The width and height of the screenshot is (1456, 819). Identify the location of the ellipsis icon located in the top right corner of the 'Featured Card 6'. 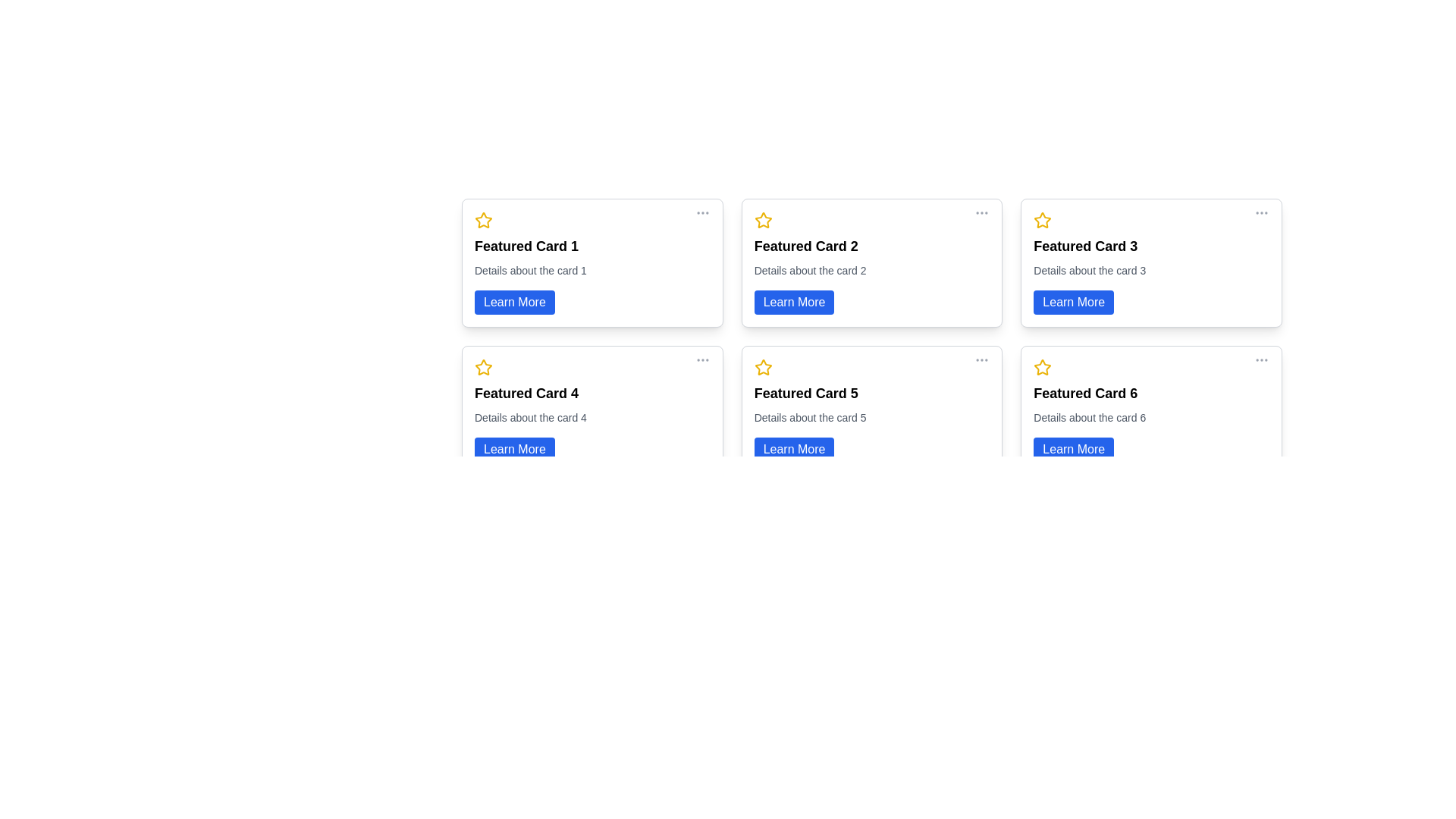
(1262, 359).